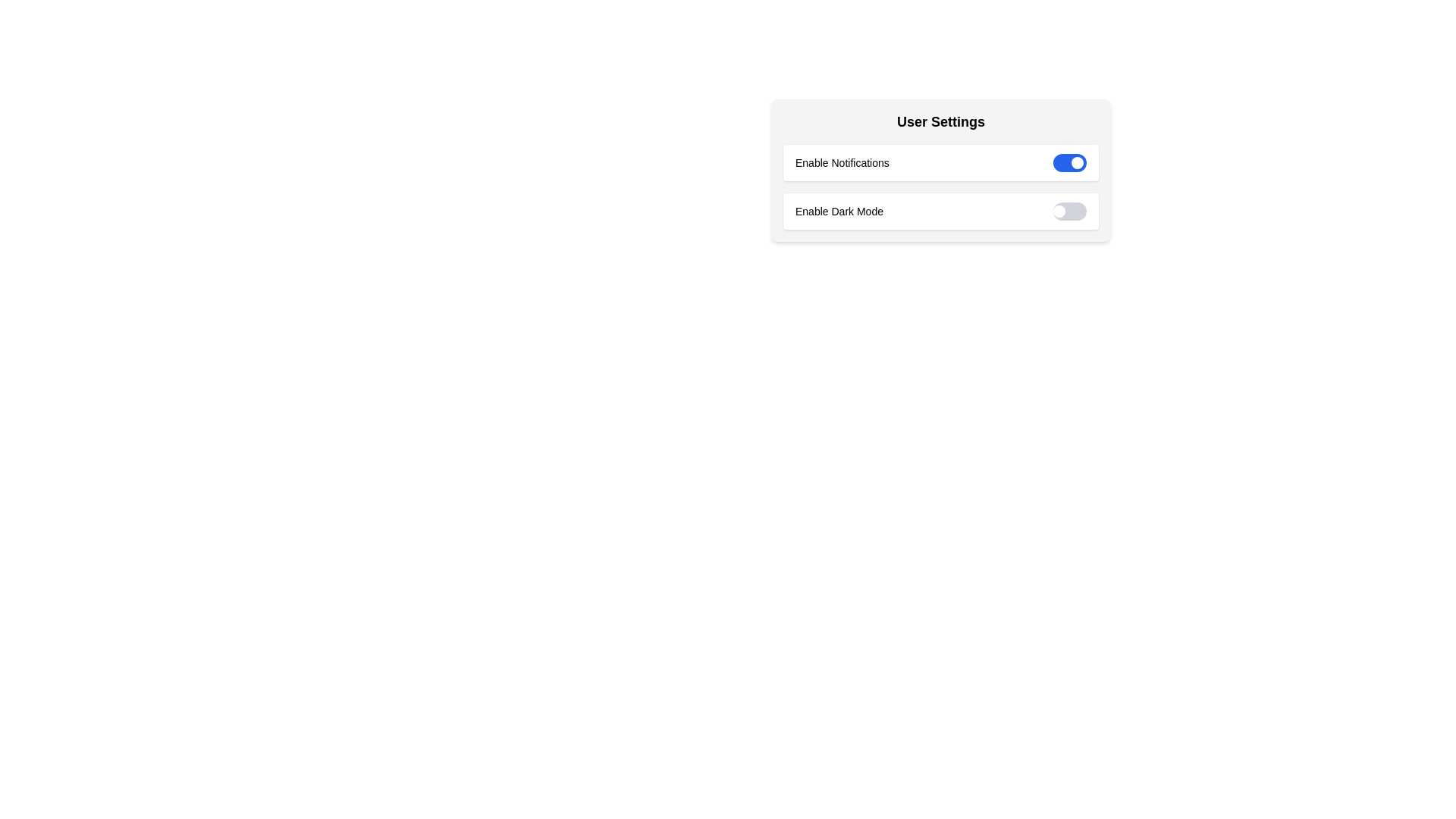 The height and width of the screenshot is (819, 1456). What do you see at coordinates (839, 211) in the screenshot?
I see `the text label indicating the functionality of enabling or disabling dark mode, which is located to the left of its associated toggle switch` at bounding box center [839, 211].